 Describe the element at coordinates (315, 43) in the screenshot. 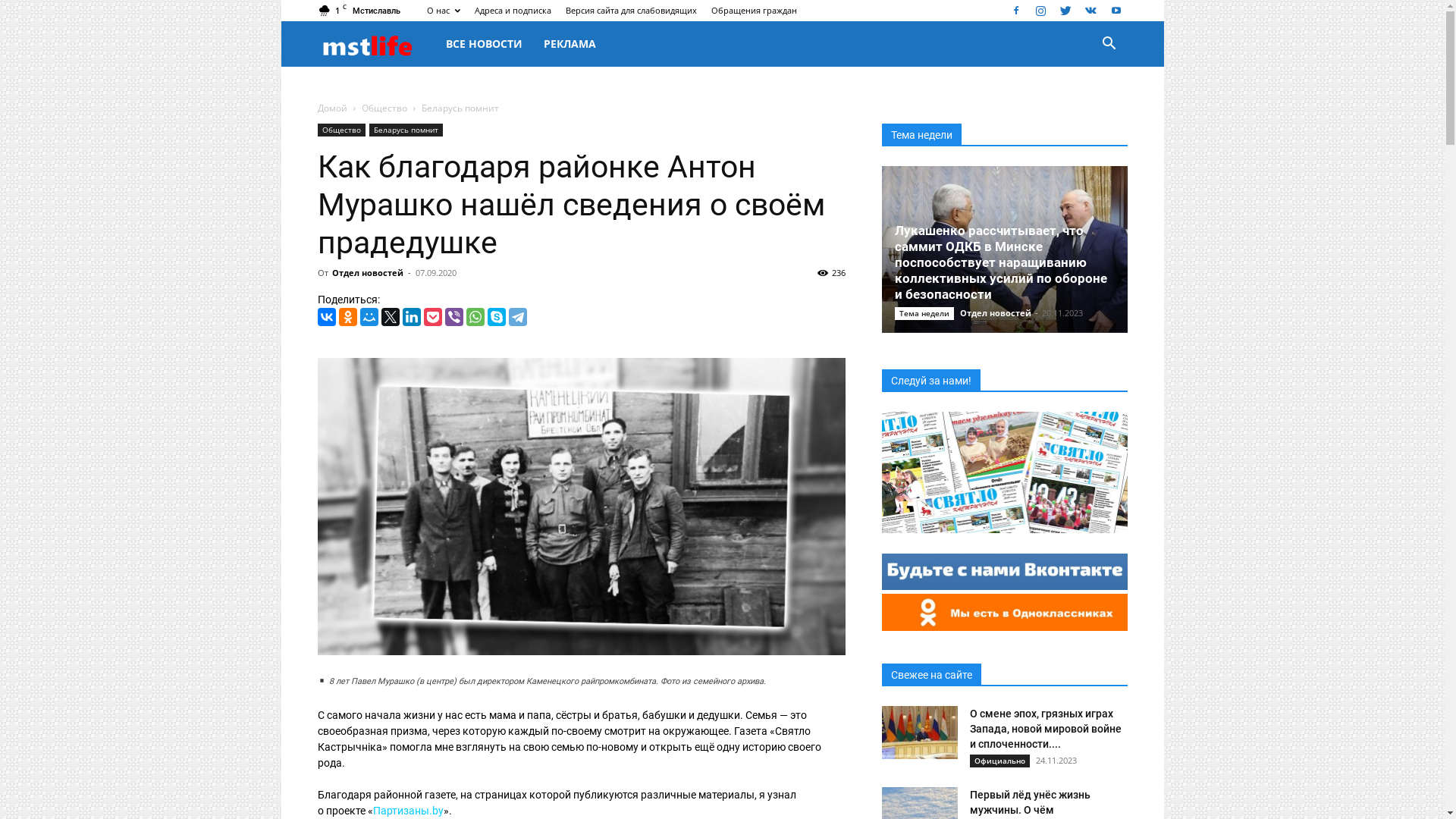

I see `'mstlife.by'` at that location.